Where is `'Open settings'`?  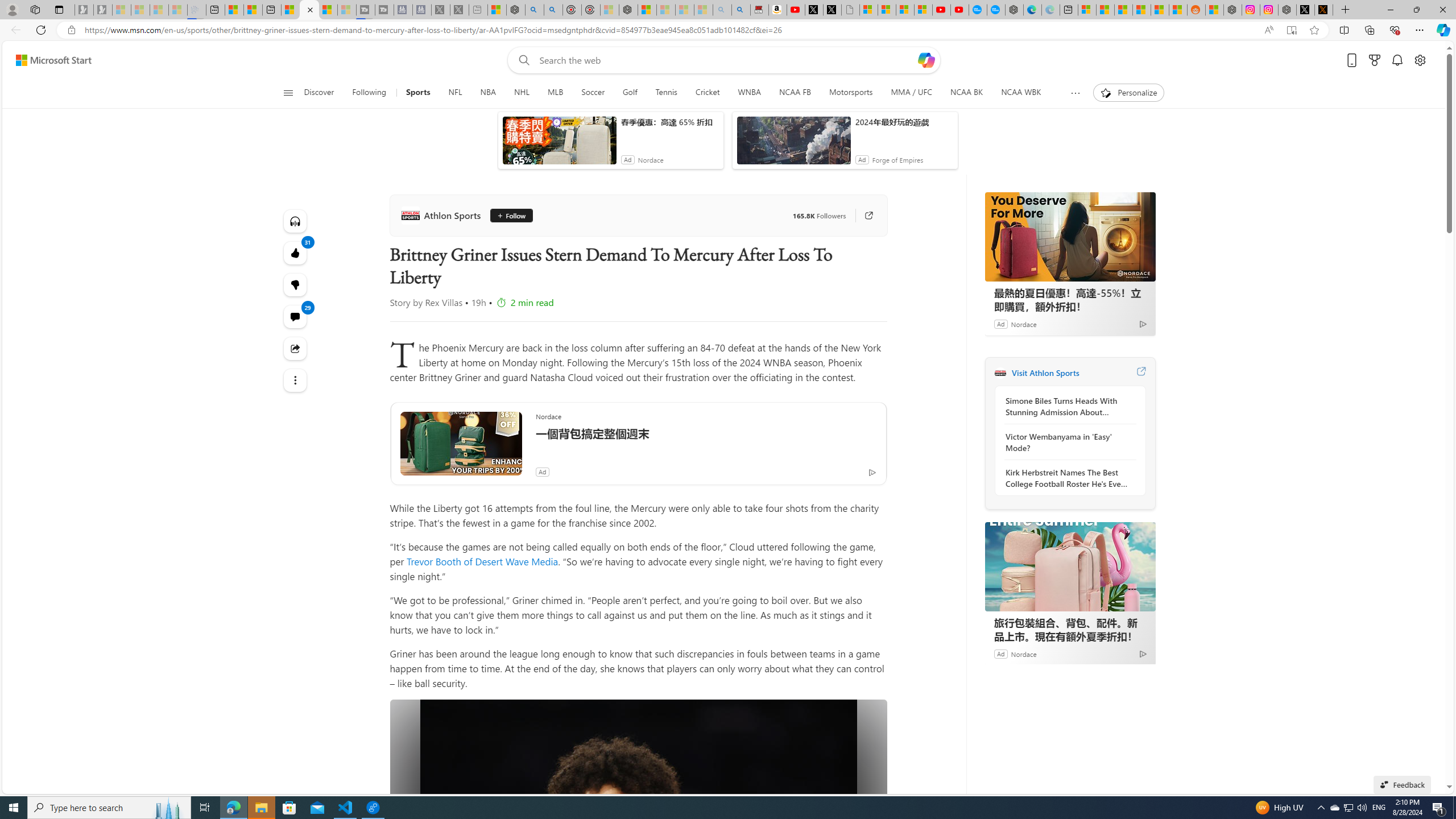 'Open settings' is located at coordinates (1420, 60).